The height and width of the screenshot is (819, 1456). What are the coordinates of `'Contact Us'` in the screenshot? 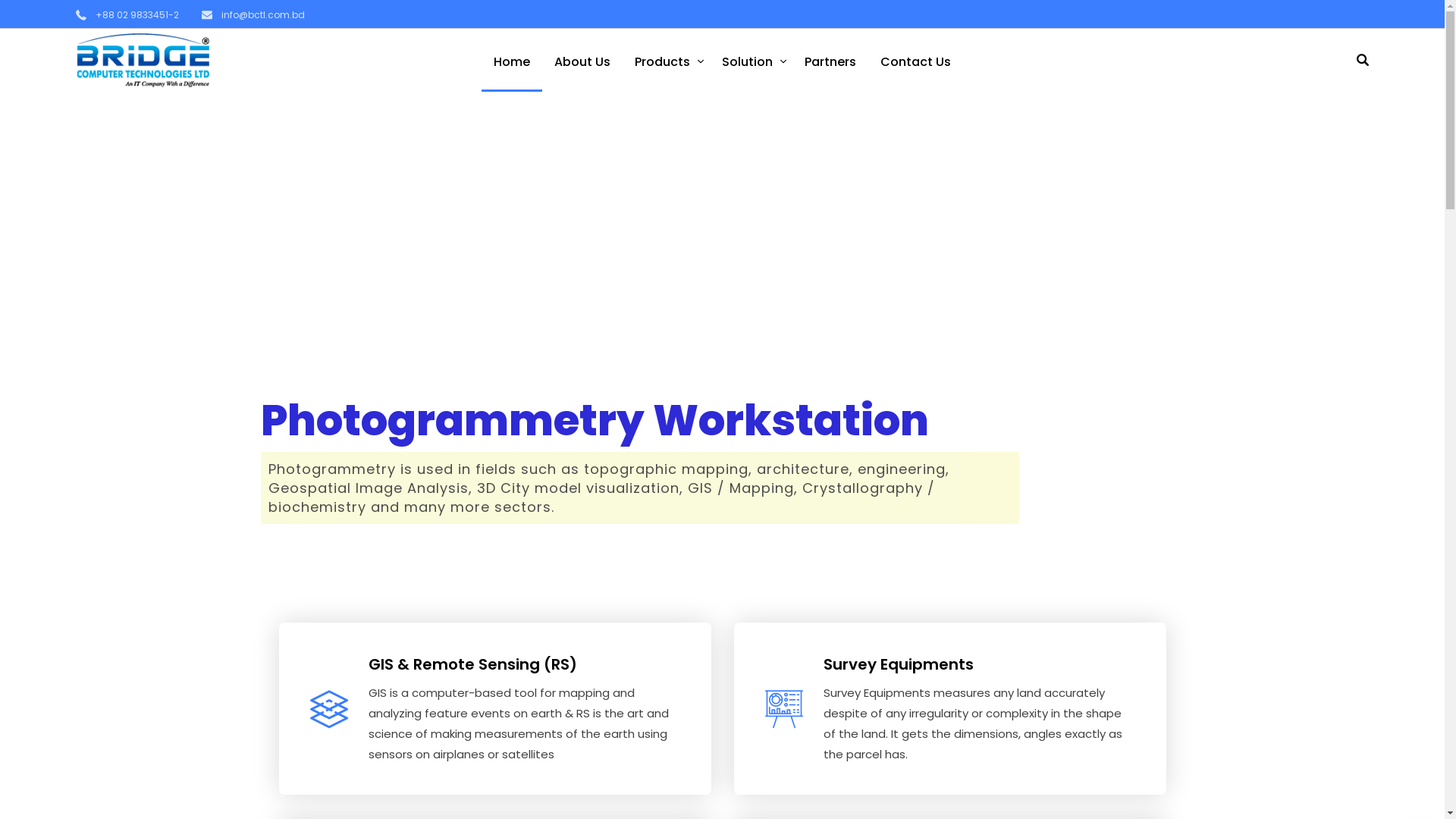 It's located at (915, 59).